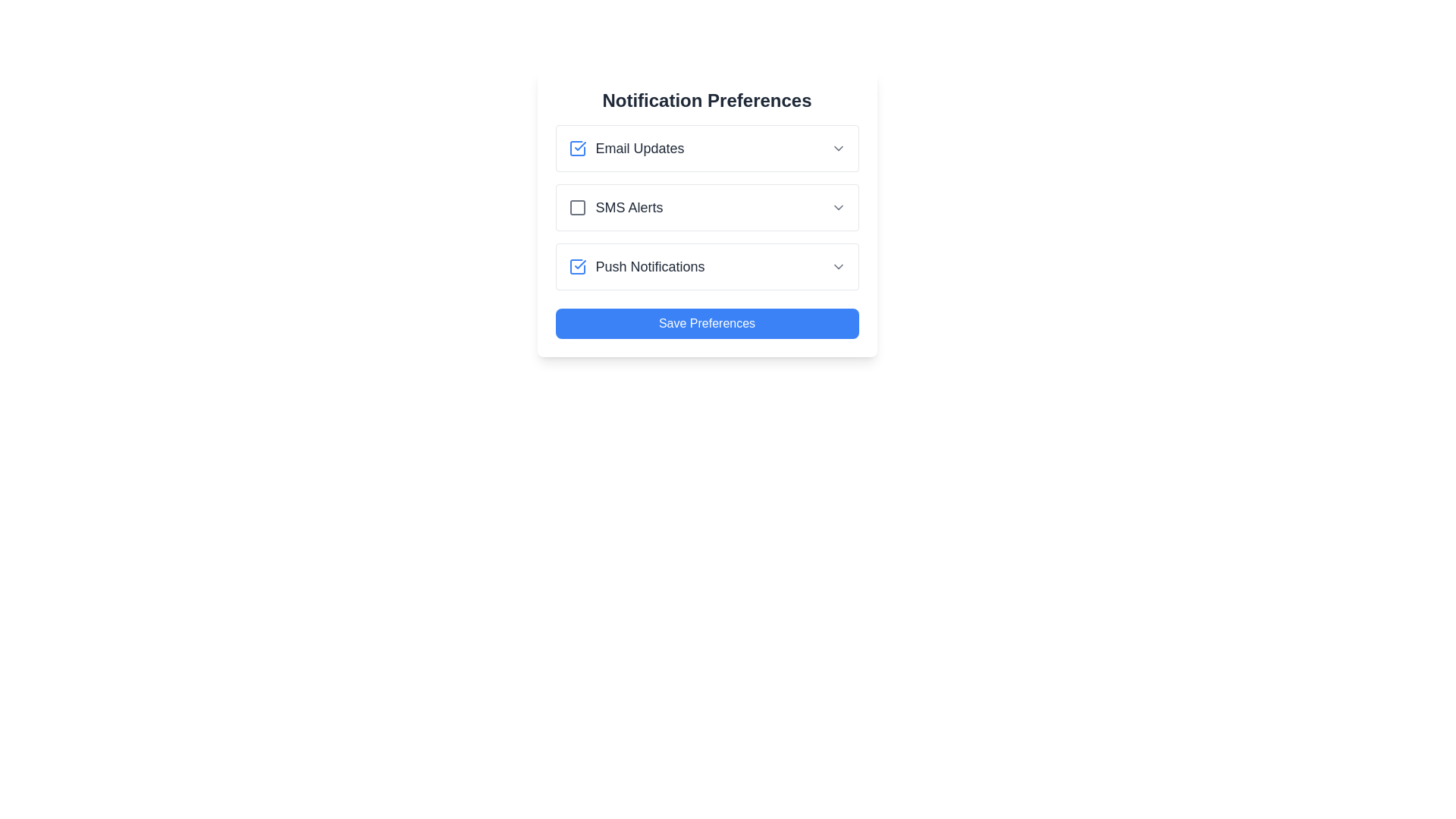  What do you see at coordinates (615, 207) in the screenshot?
I see `the checkbox for SMS alerts` at bounding box center [615, 207].